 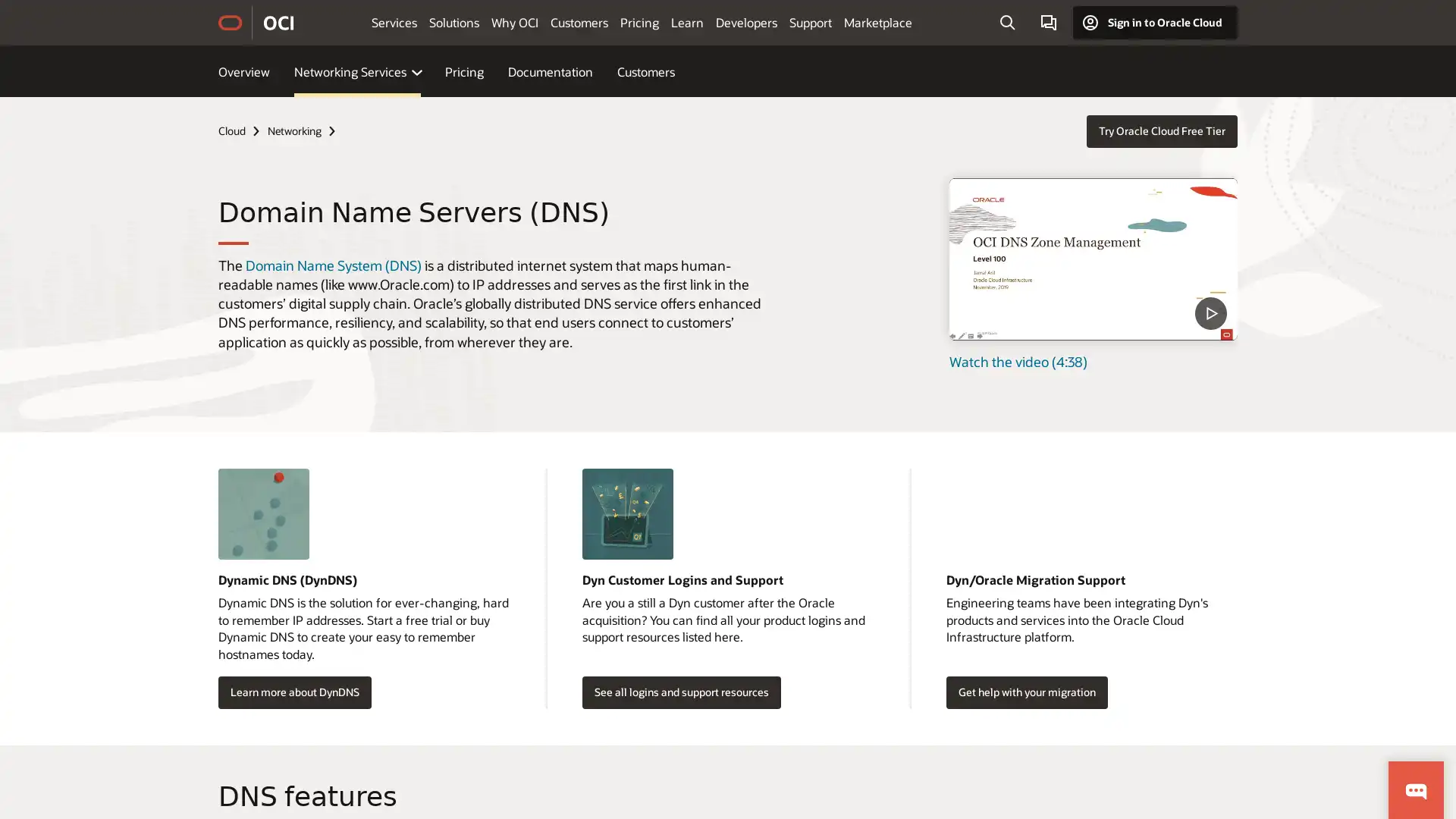 I want to click on Marketplace, so click(x=877, y=22).